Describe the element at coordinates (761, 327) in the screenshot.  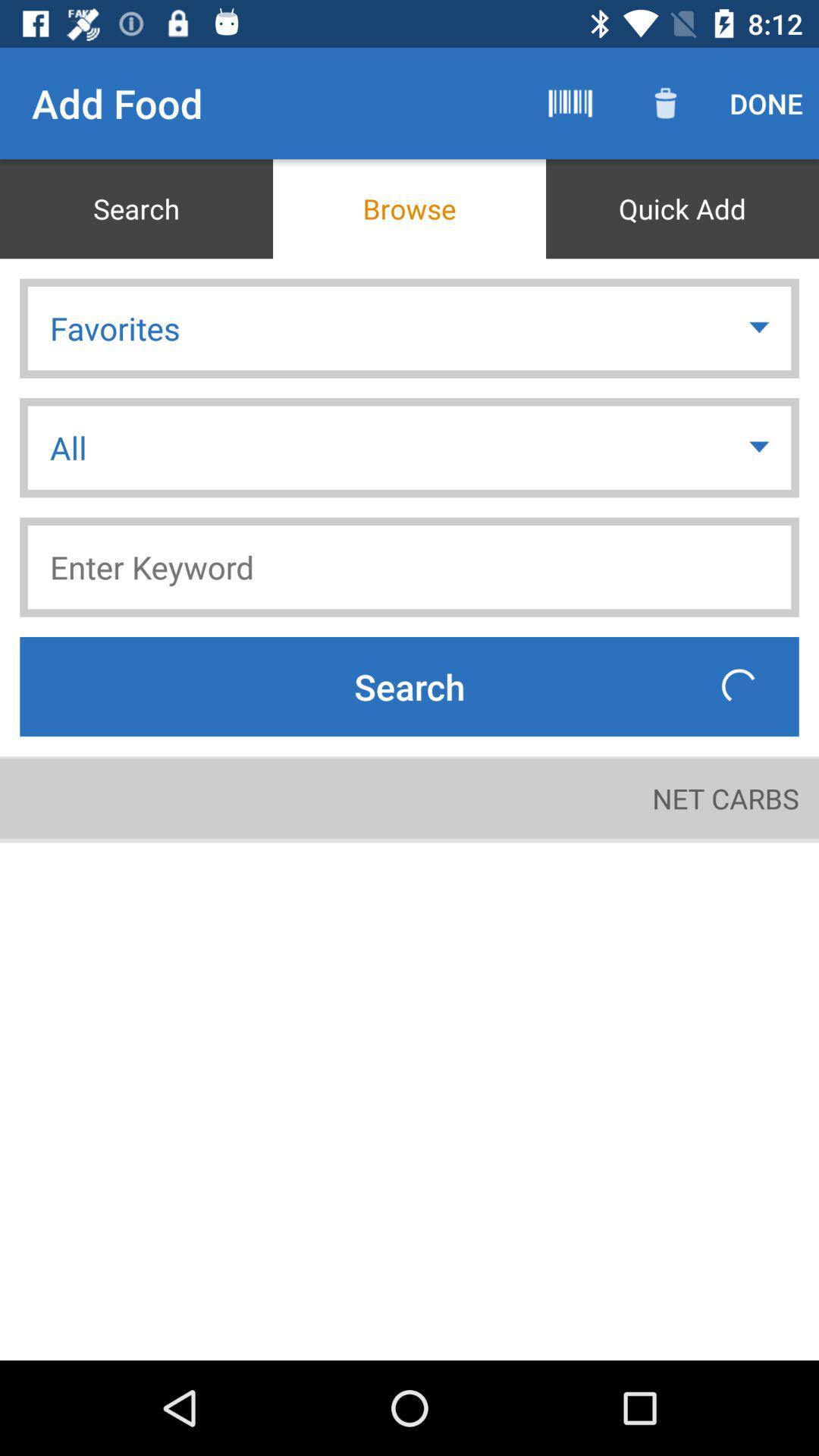
I see `item above all item` at that location.